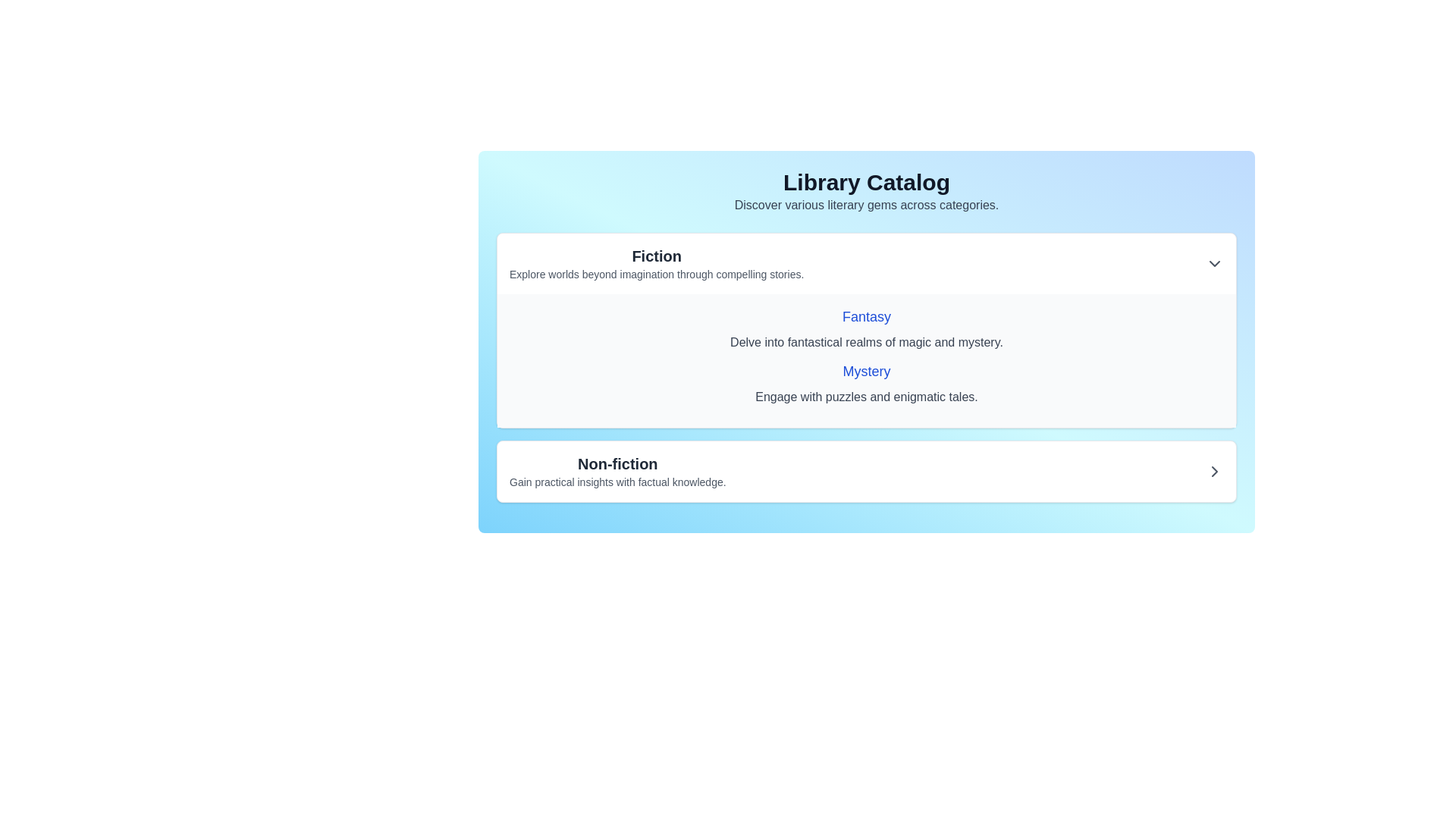  Describe the element at coordinates (866, 342) in the screenshot. I see `the static text element containing 'Delve into fantastical realms of magic and mystery.' located beneath the 'Fantasy' header in the Library Catalog` at that location.